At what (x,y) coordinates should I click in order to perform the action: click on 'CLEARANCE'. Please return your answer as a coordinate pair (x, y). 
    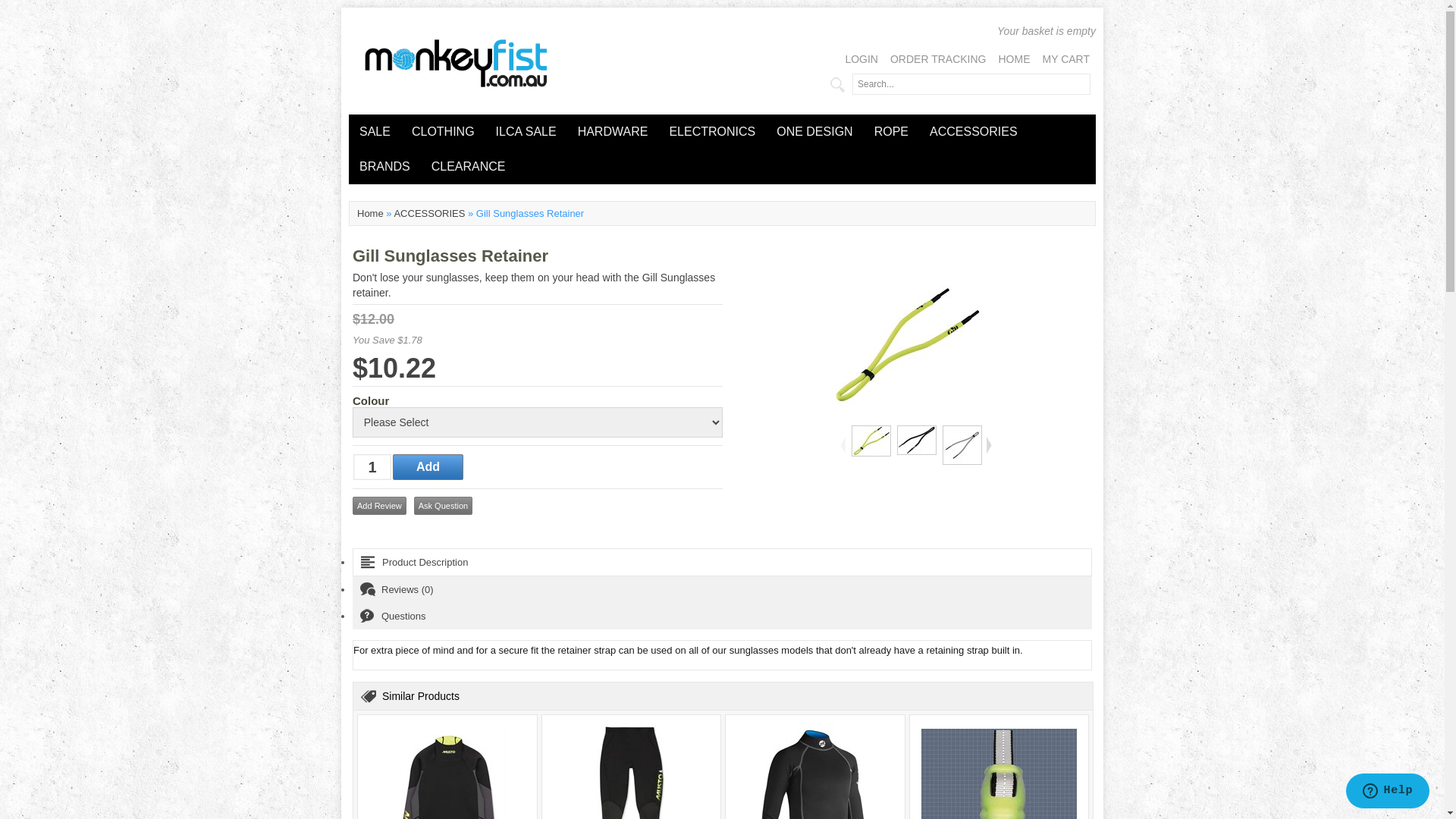
    Looking at the image, I should click on (468, 166).